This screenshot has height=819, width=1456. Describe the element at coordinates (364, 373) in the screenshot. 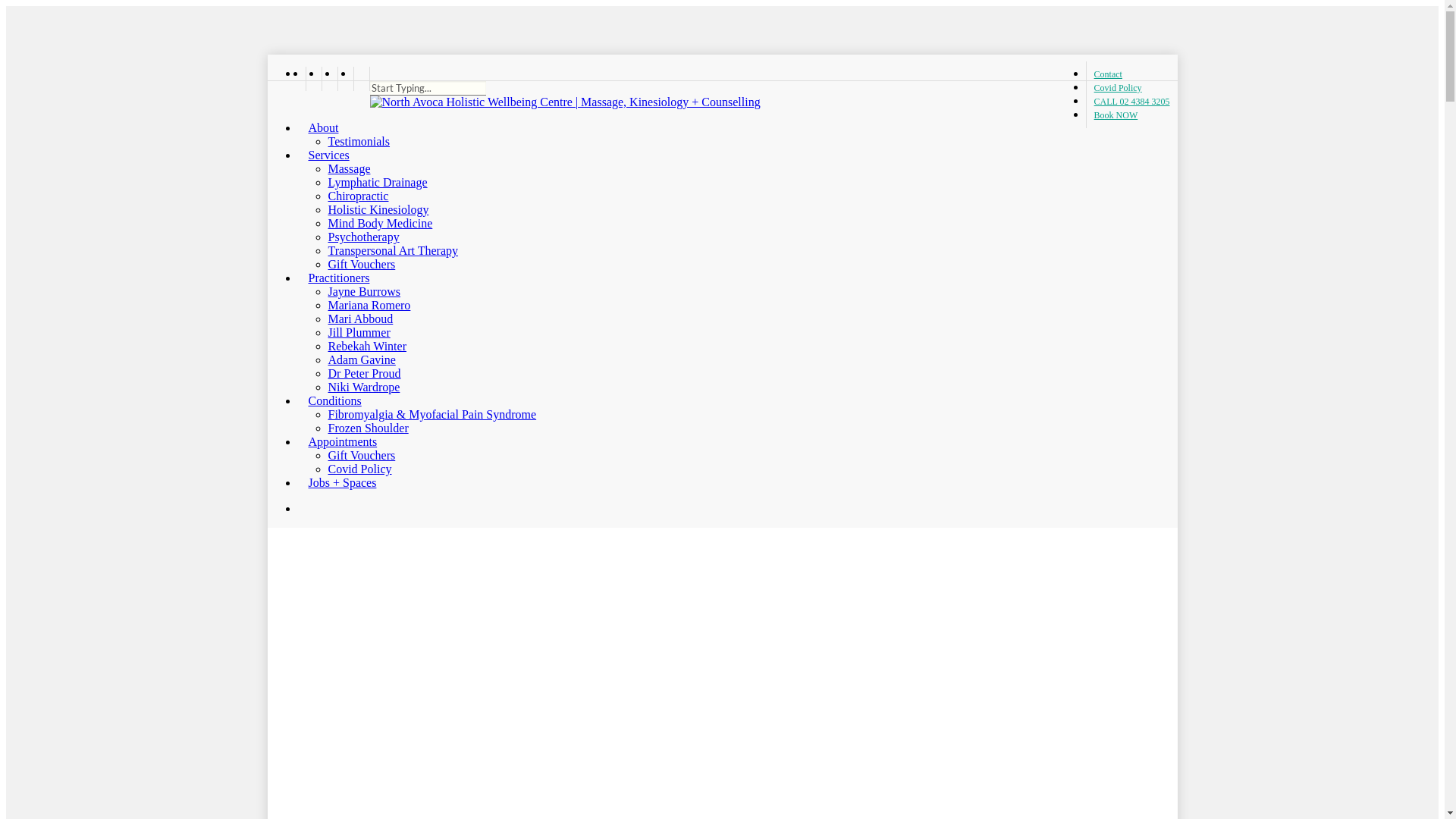

I see `'Dr Peter Proud'` at that location.